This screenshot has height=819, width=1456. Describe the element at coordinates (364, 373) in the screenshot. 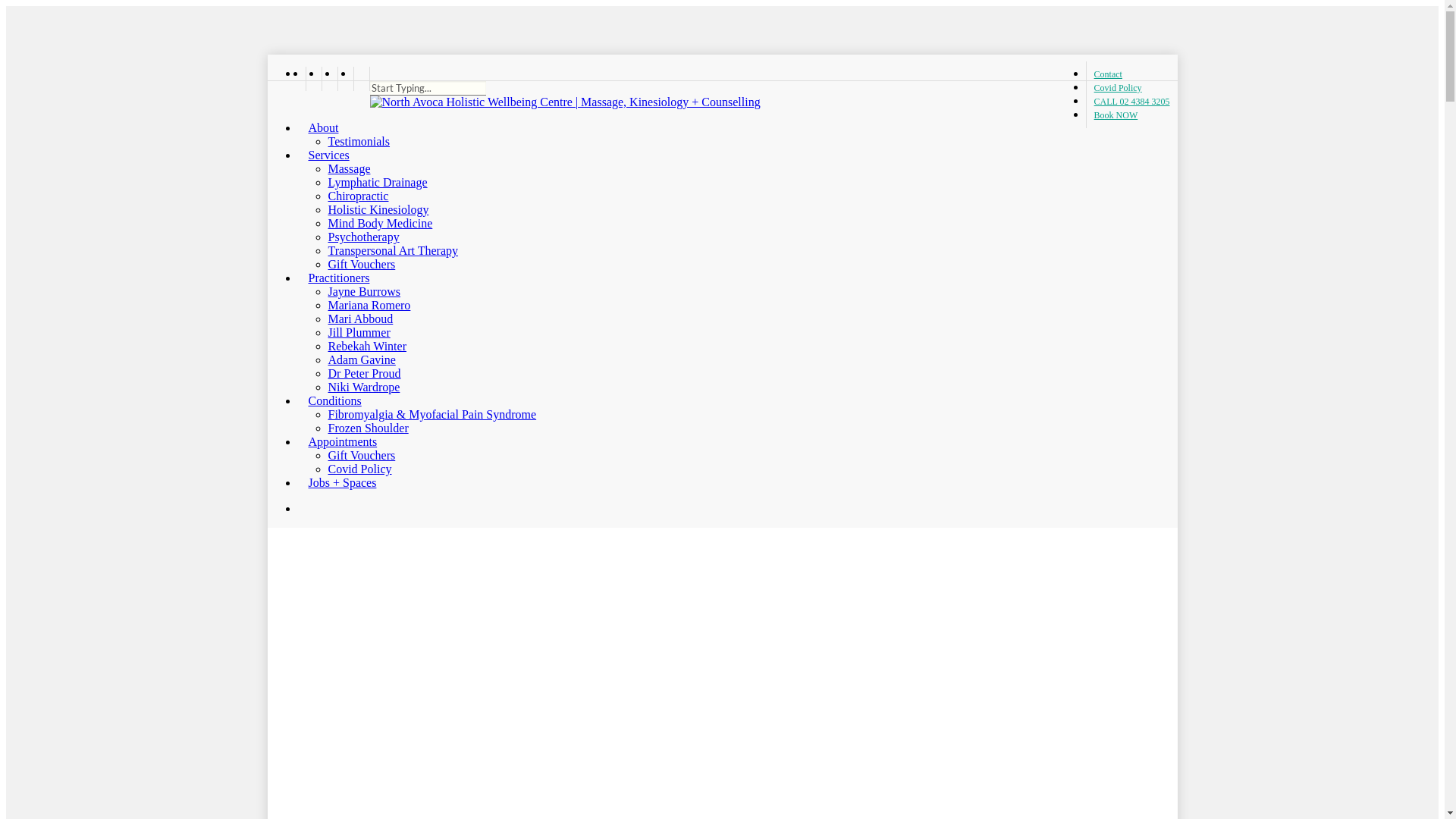

I see `'Dr Peter Proud'` at that location.